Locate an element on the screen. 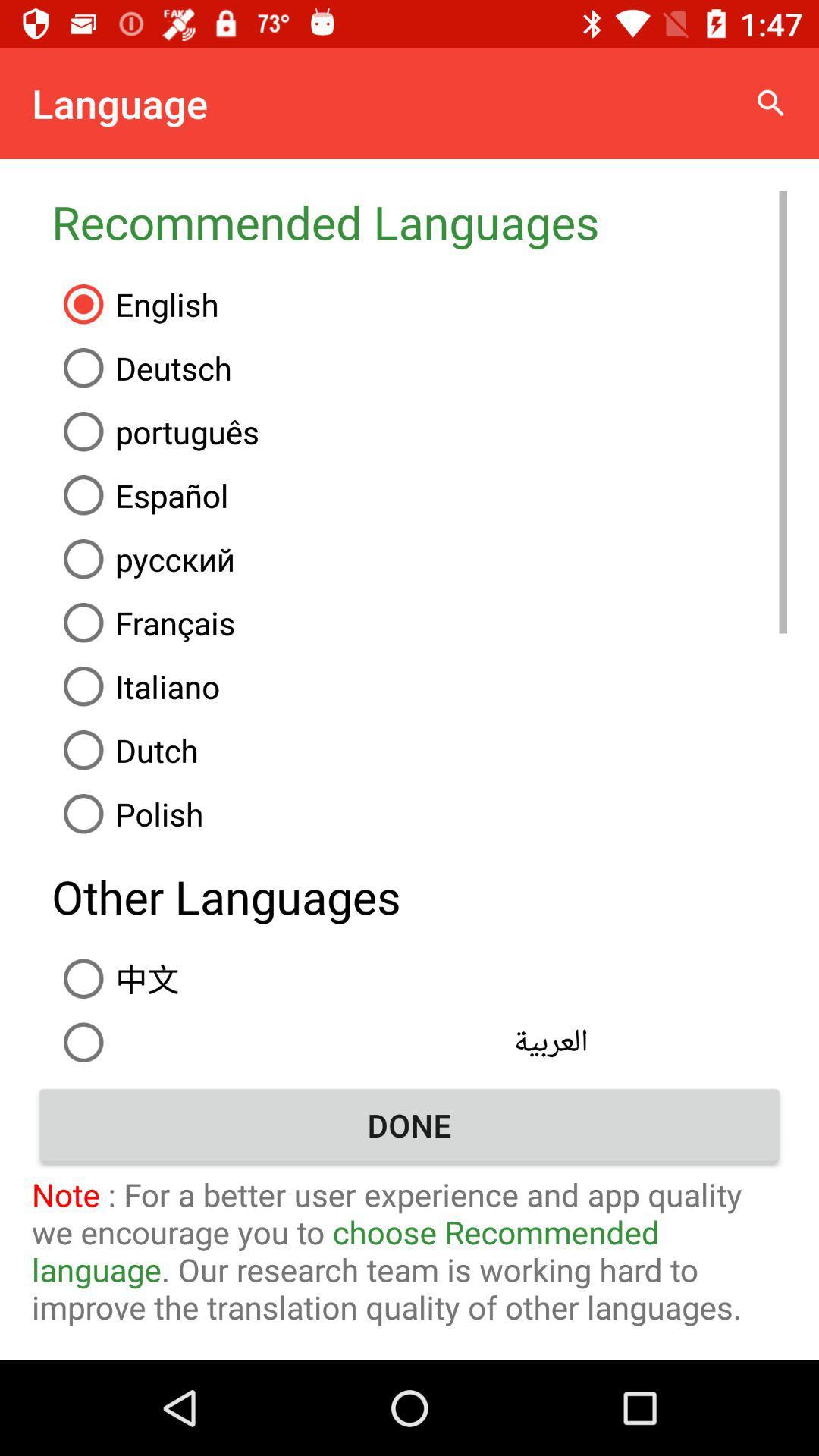 The height and width of the screenshot is (1456, 819). done item is located at coordinates (409, 1125).